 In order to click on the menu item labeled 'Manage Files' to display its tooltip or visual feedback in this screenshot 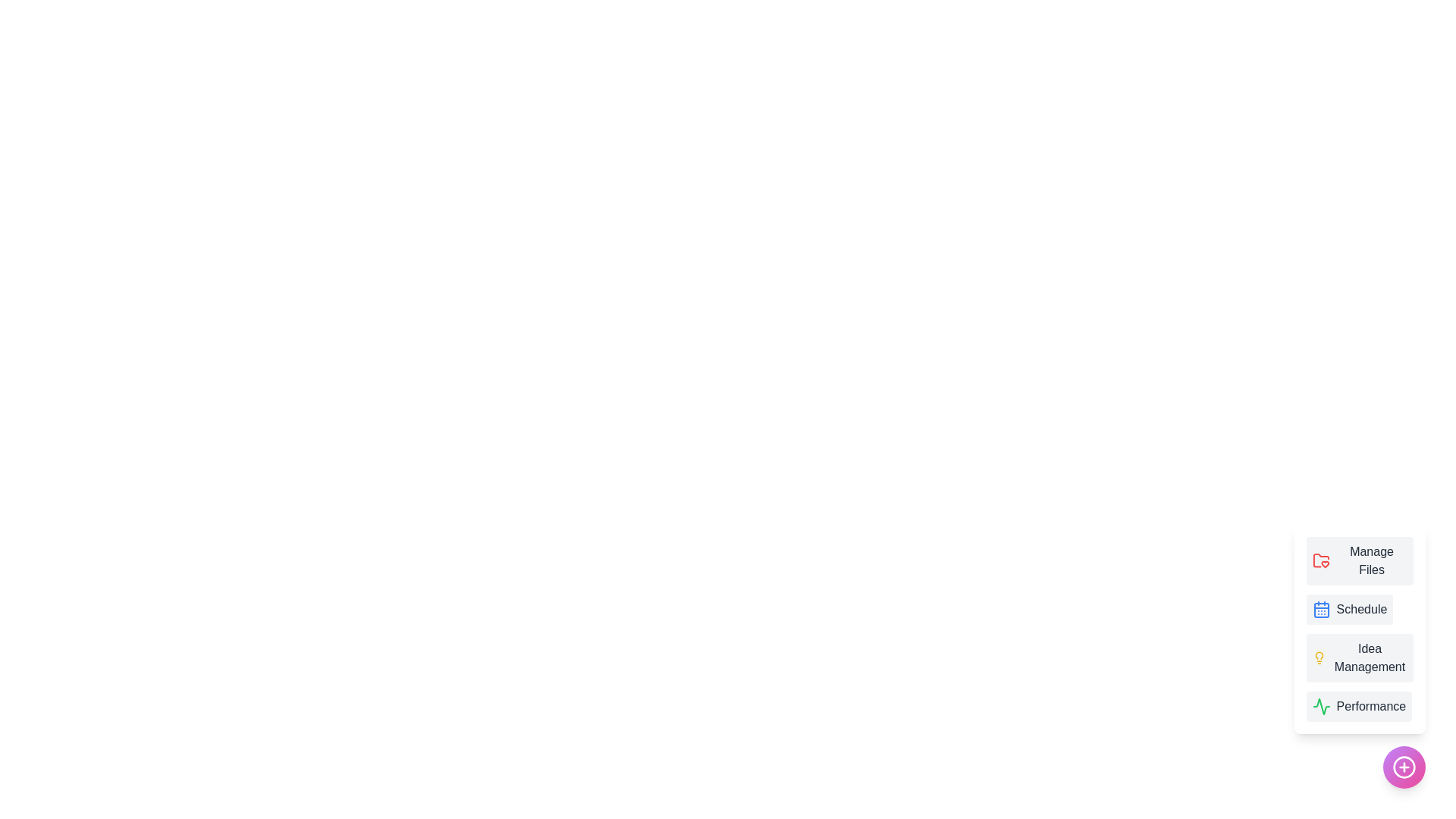, I will do `click(1360, 561)`.